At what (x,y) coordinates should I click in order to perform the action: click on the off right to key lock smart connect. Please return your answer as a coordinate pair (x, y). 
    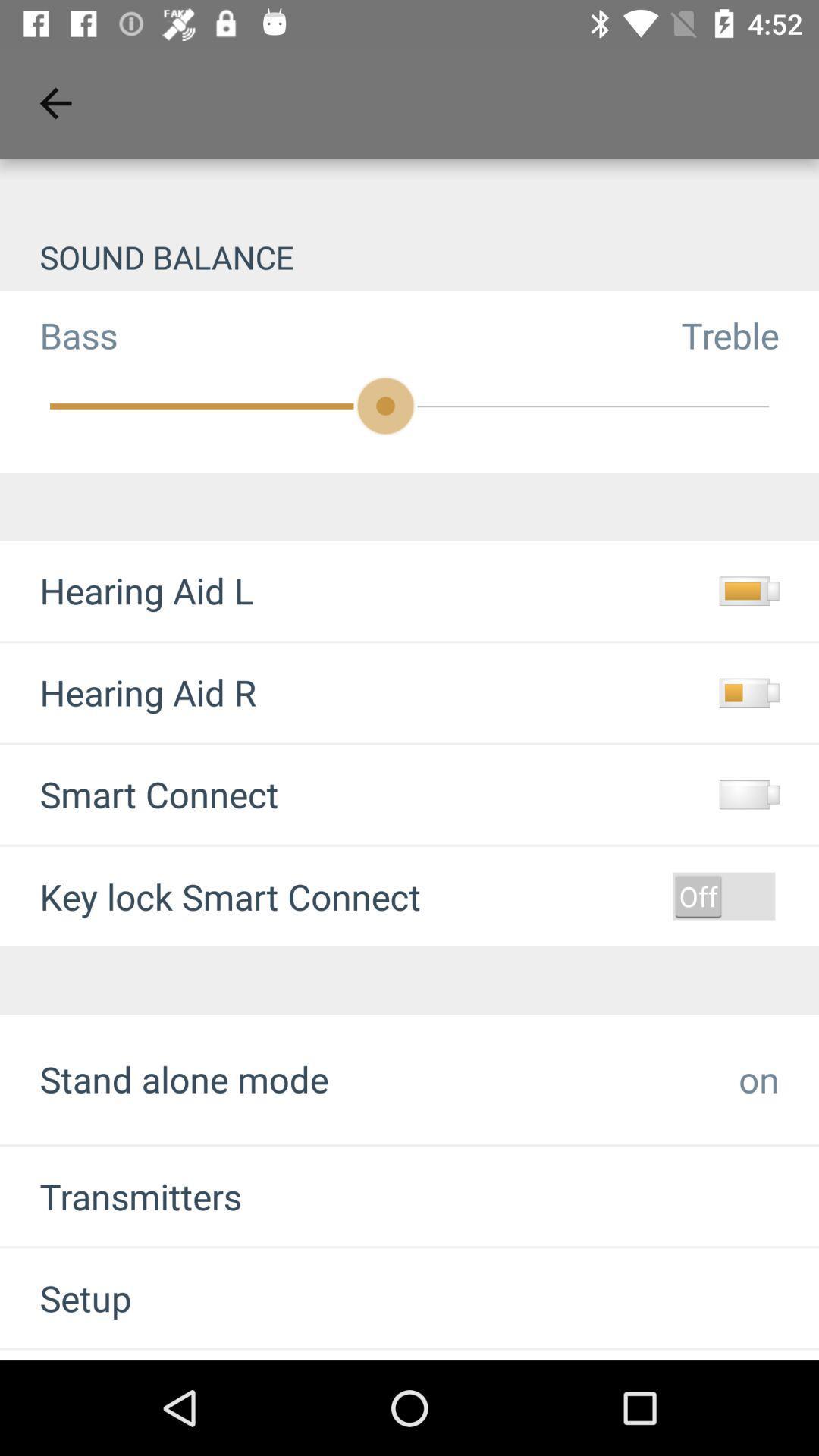
    Looking at the image, I should click on (723, 896).